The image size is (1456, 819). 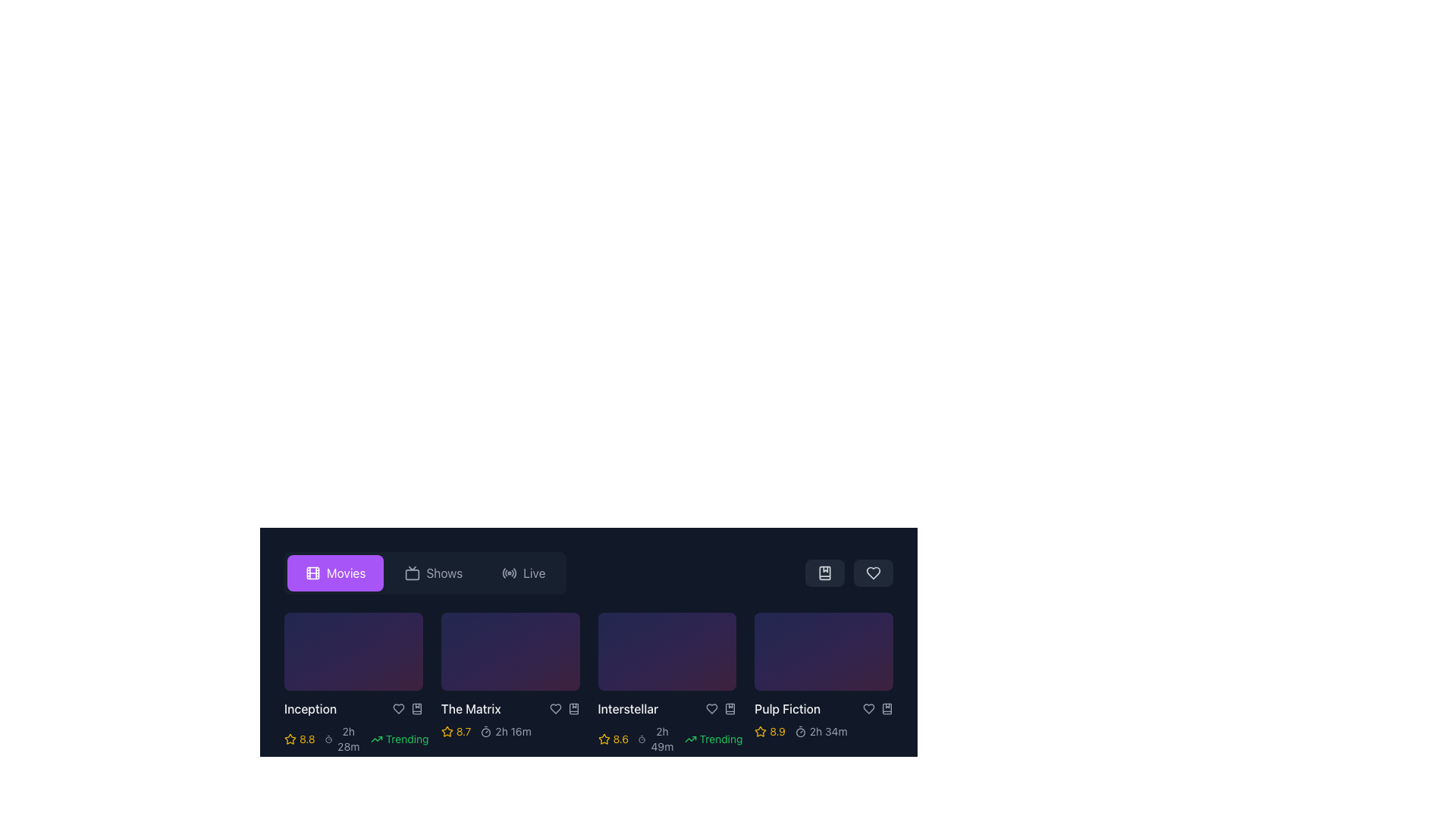 What do you see at coordinates (799, 730) in the screenshot?
I see `the timer icon next to the text '2h 34m' in the bottom-right corner of the movie card labeled 'Pulp Fiction'` at bounding box center [799, 730].